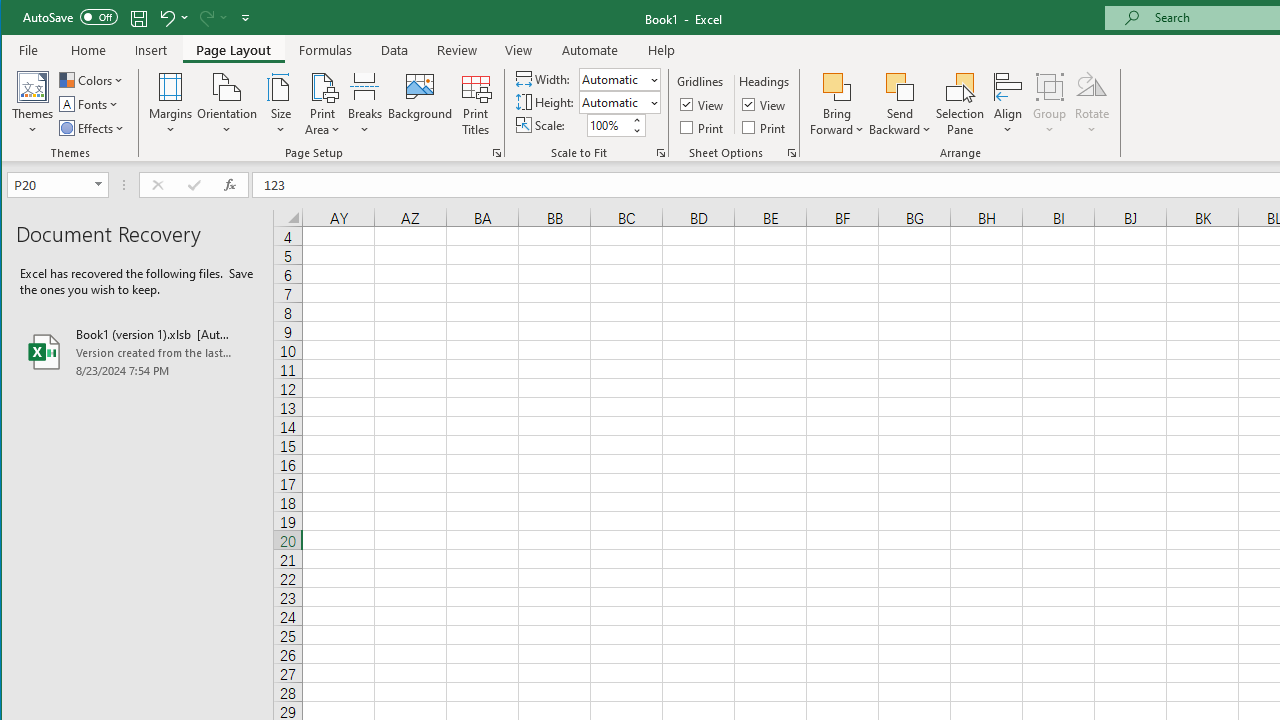 The width and height of the screenshot is (1280, 720). Describe the element at coordinates (227, 104) in the screenshot. I see `'Orientation'` at that location.